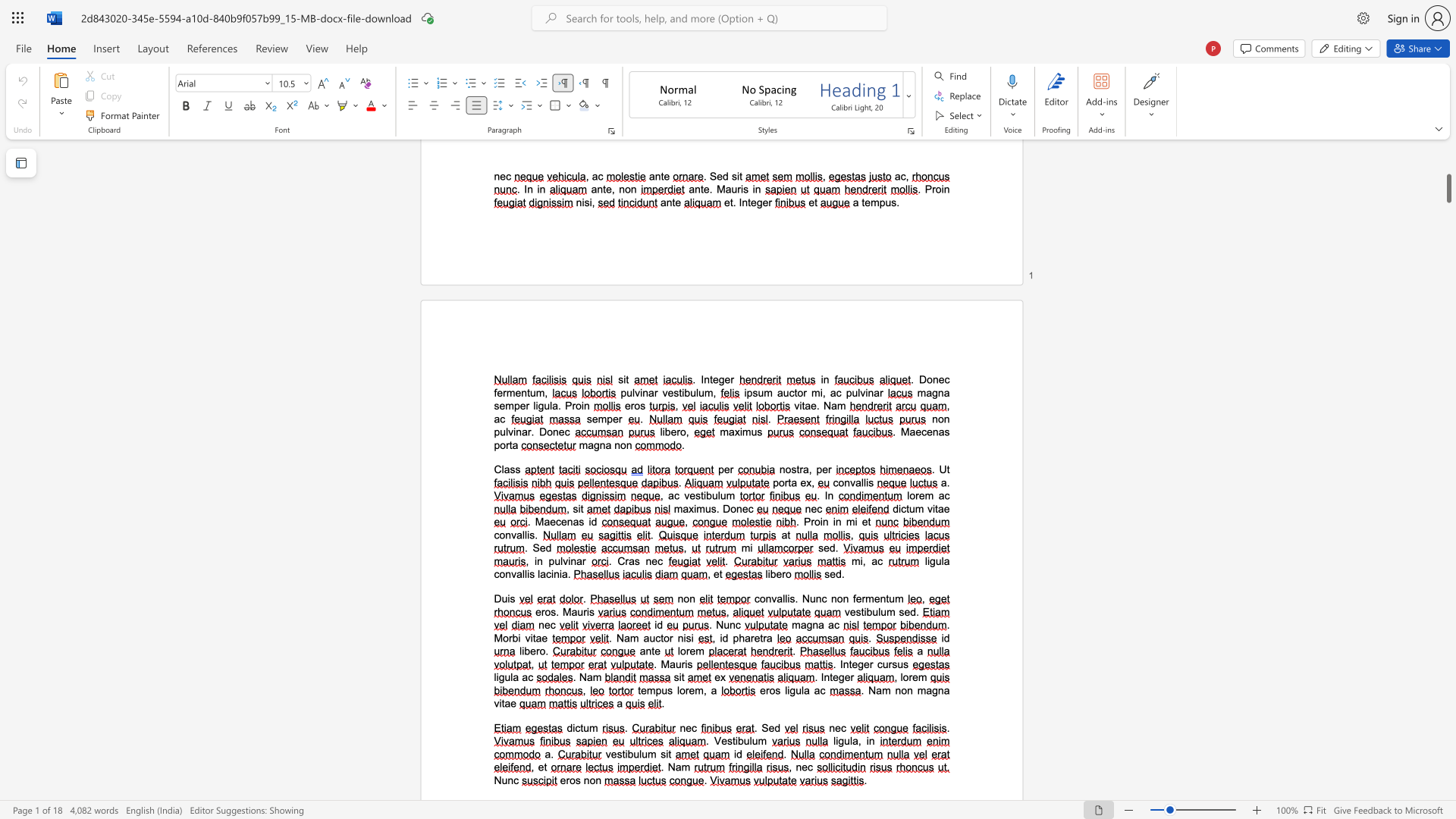 The height and width of the screenshot is (819, 1456). Describe the element at coordinates (748, 638) in the screenshot. I see `the 1th character "a" in the text` at that location.